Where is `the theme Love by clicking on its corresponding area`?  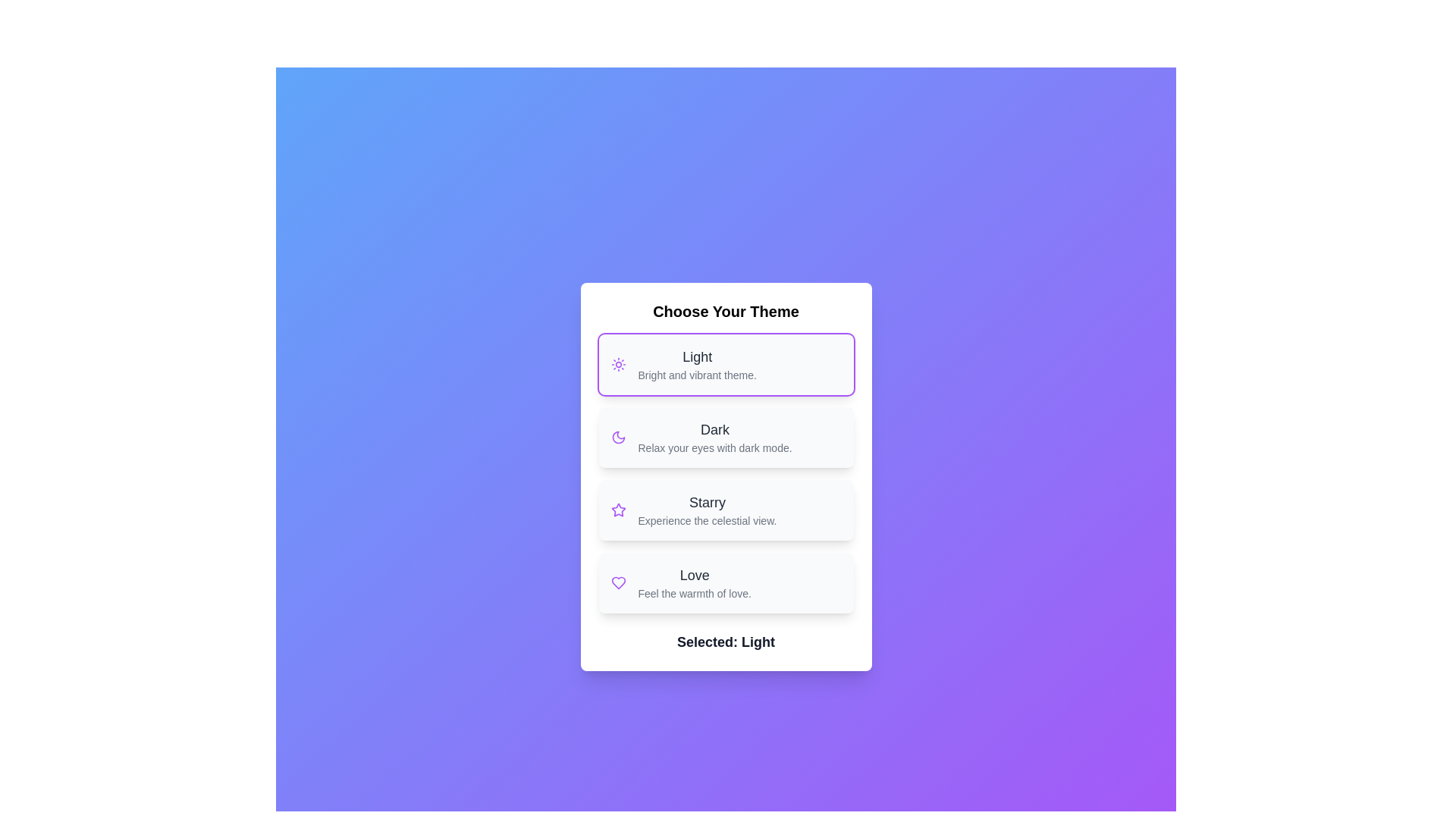 the theme Love by clicking on its corresponding area is located at coordinates (725, 582).